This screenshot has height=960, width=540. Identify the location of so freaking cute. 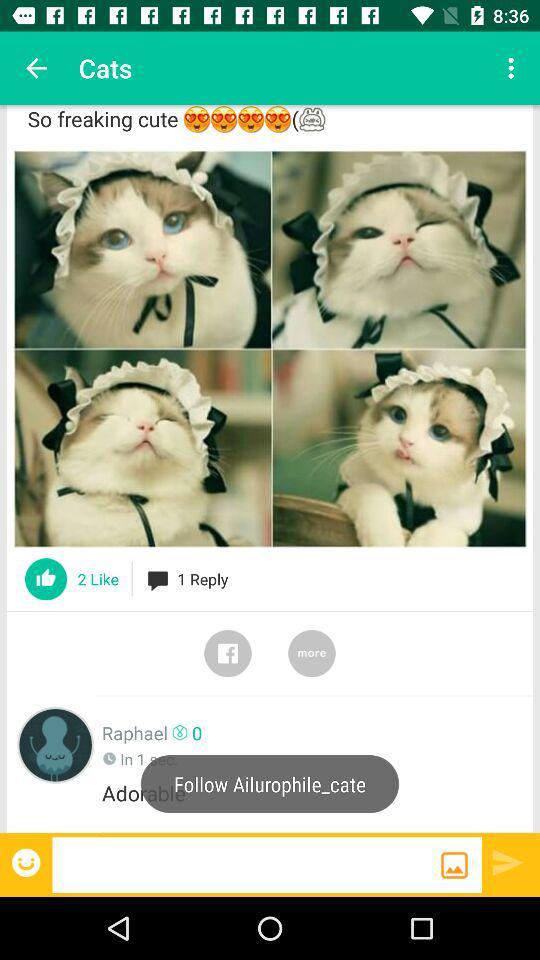
(270, 123).